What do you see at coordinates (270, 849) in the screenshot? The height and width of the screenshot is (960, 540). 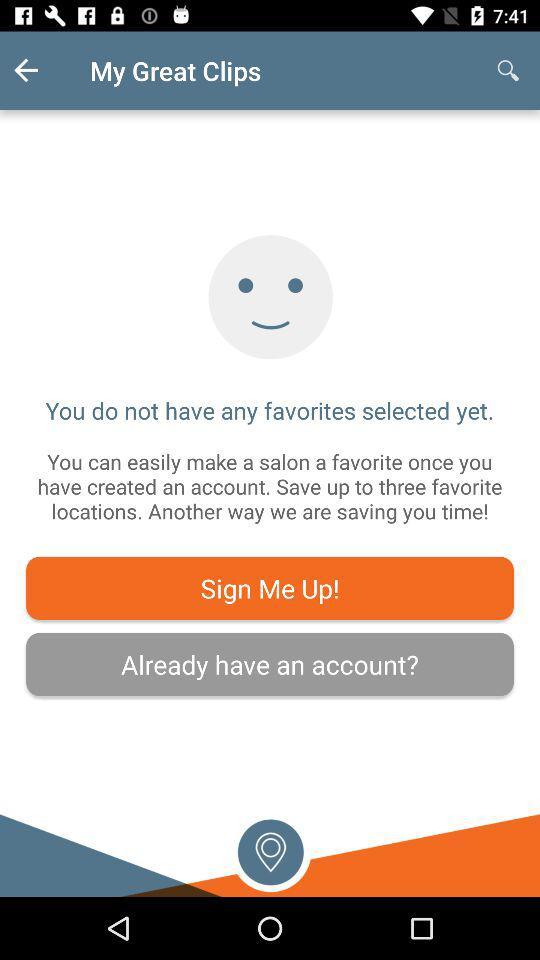 I see `get current location` at bounding box center [270, 849].